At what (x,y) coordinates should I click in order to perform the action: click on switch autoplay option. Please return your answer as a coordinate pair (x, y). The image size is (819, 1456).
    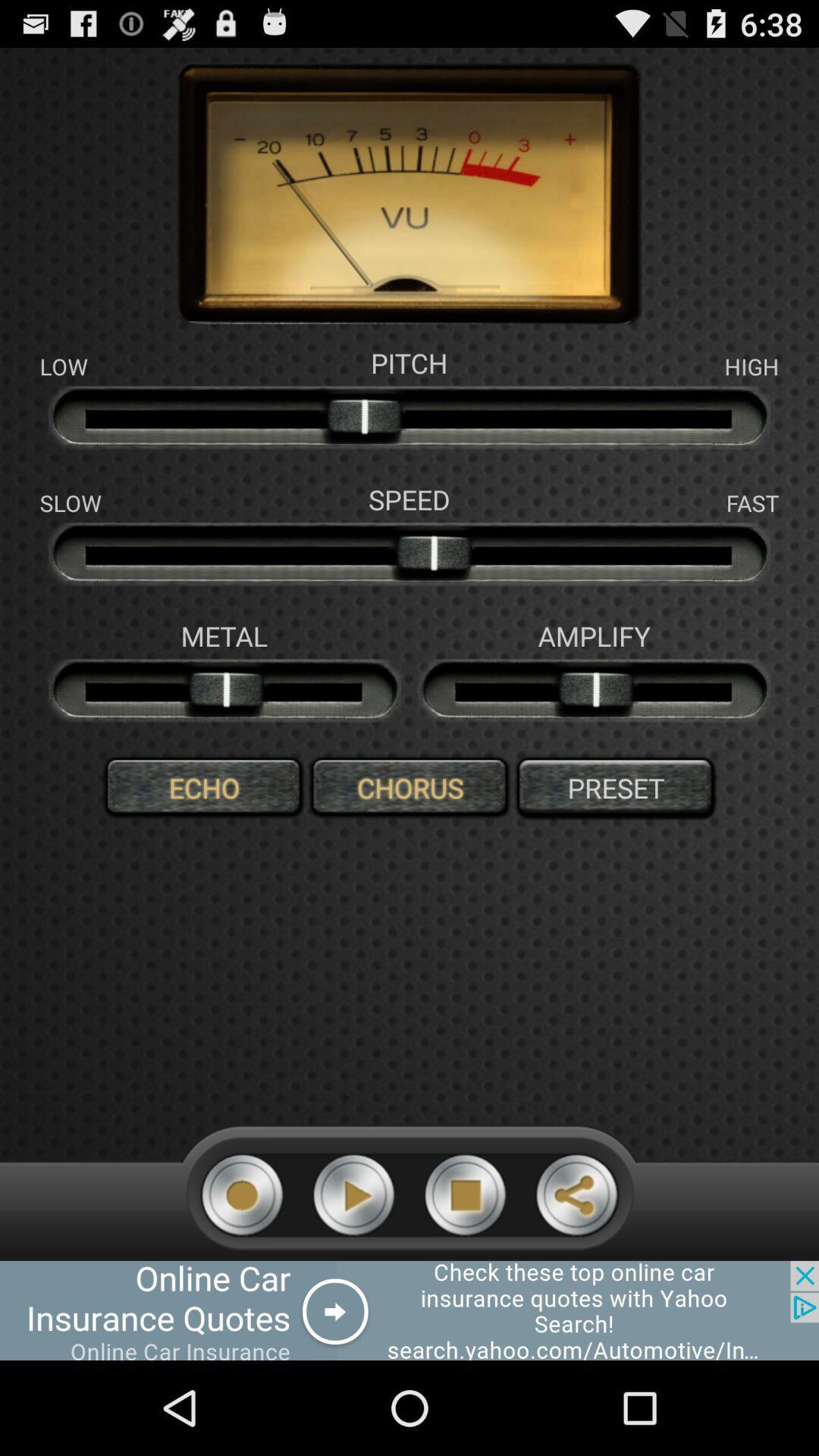
    Looking at the image, I should click on (464, 1194).